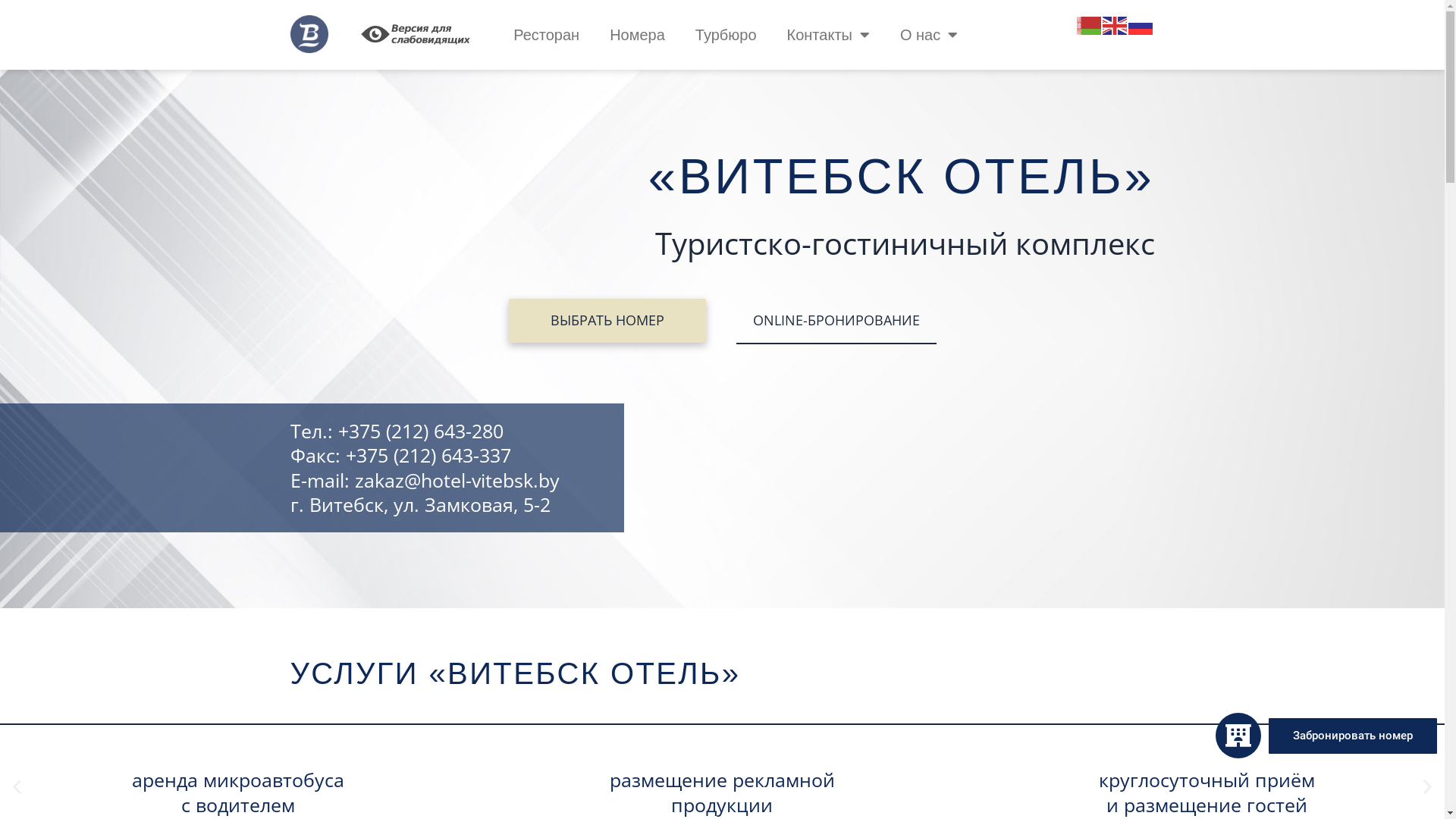 The image size is (1456, 819). I want to click on 'Russian', so click(1128, 24).